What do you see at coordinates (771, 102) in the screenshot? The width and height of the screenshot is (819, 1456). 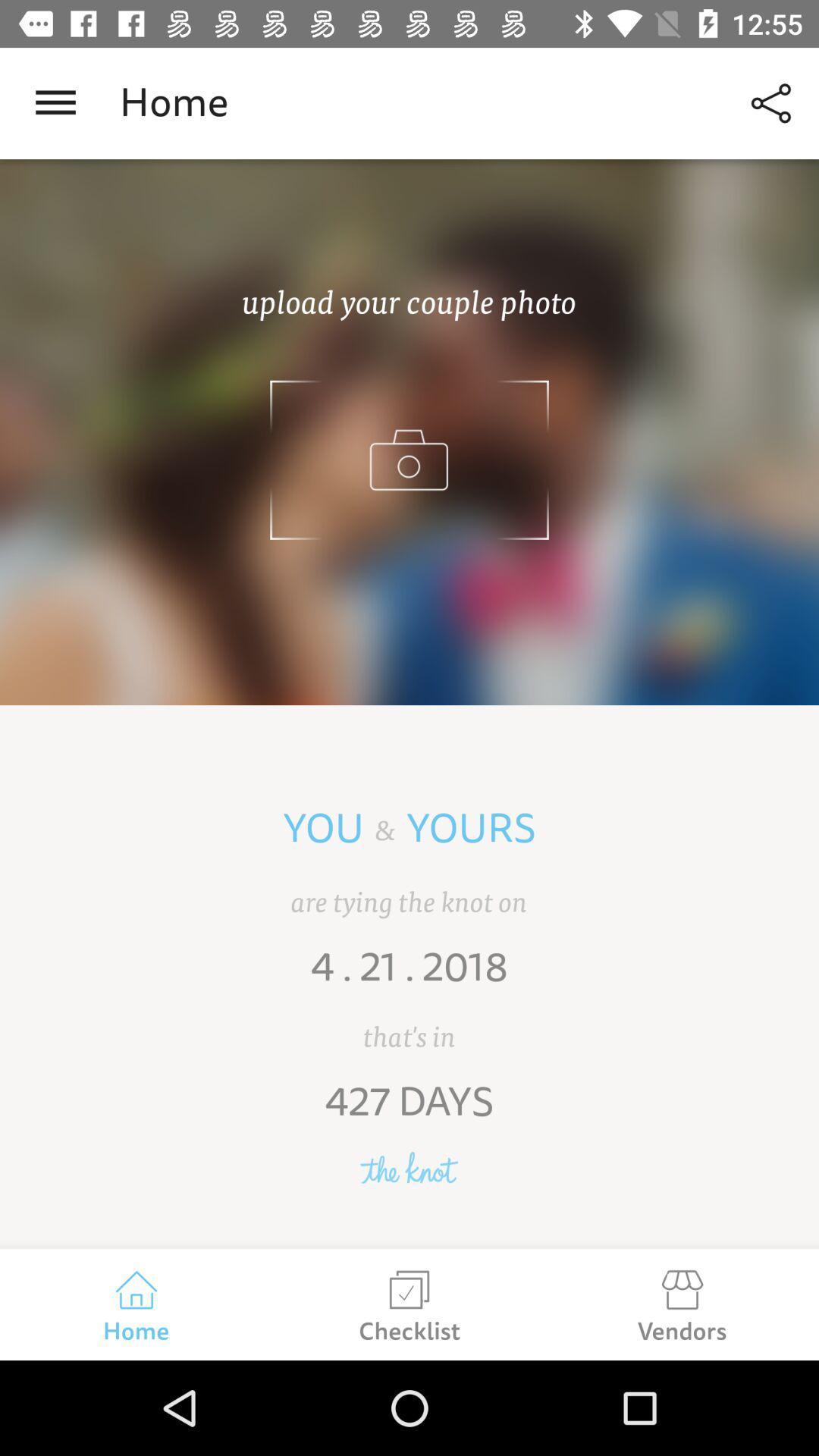 I see `the item next to home icon` at bounding box center [771, 102].